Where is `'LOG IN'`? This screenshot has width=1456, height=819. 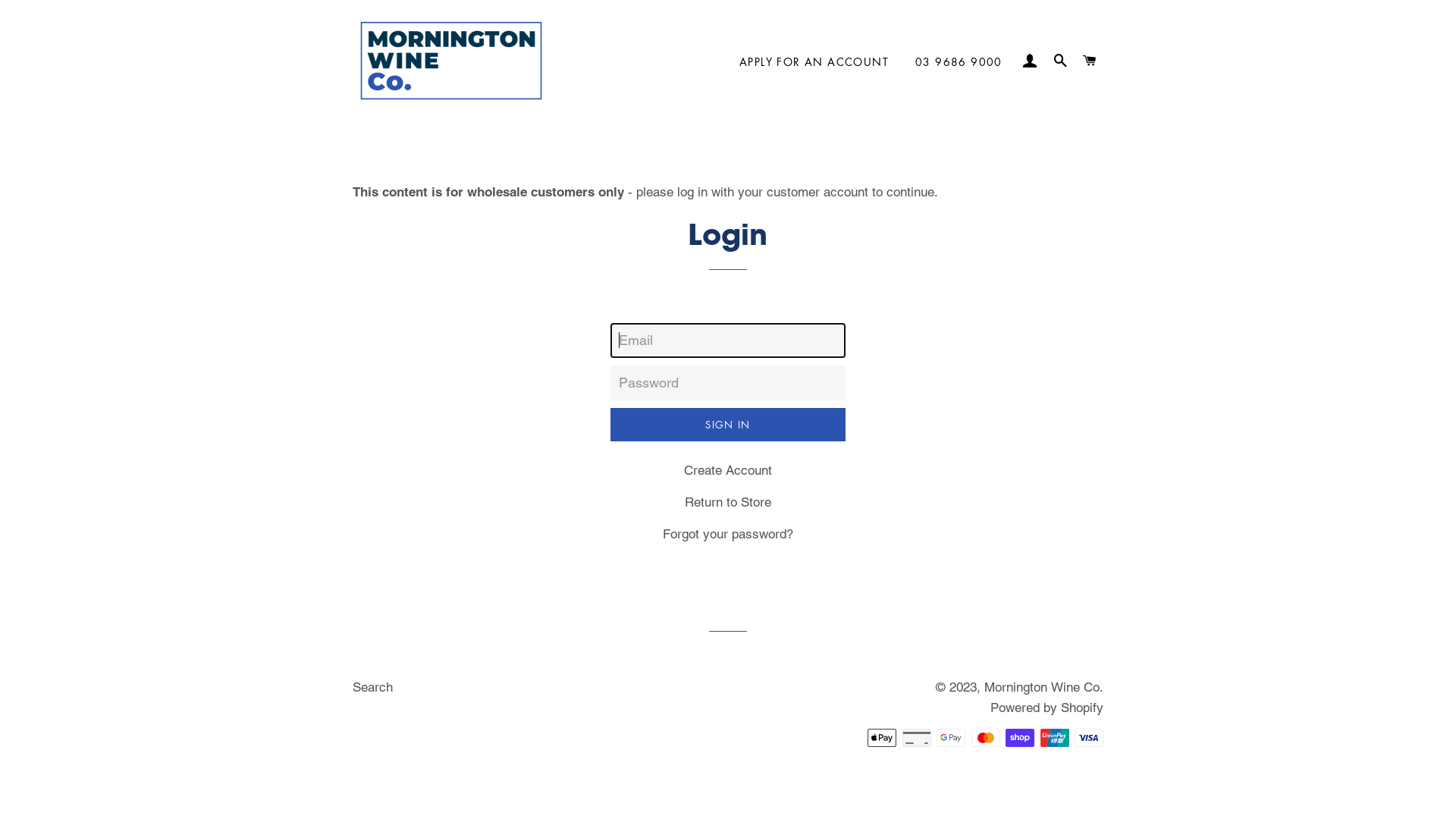 'LOG IN' is located at coordinates (1018, 60).